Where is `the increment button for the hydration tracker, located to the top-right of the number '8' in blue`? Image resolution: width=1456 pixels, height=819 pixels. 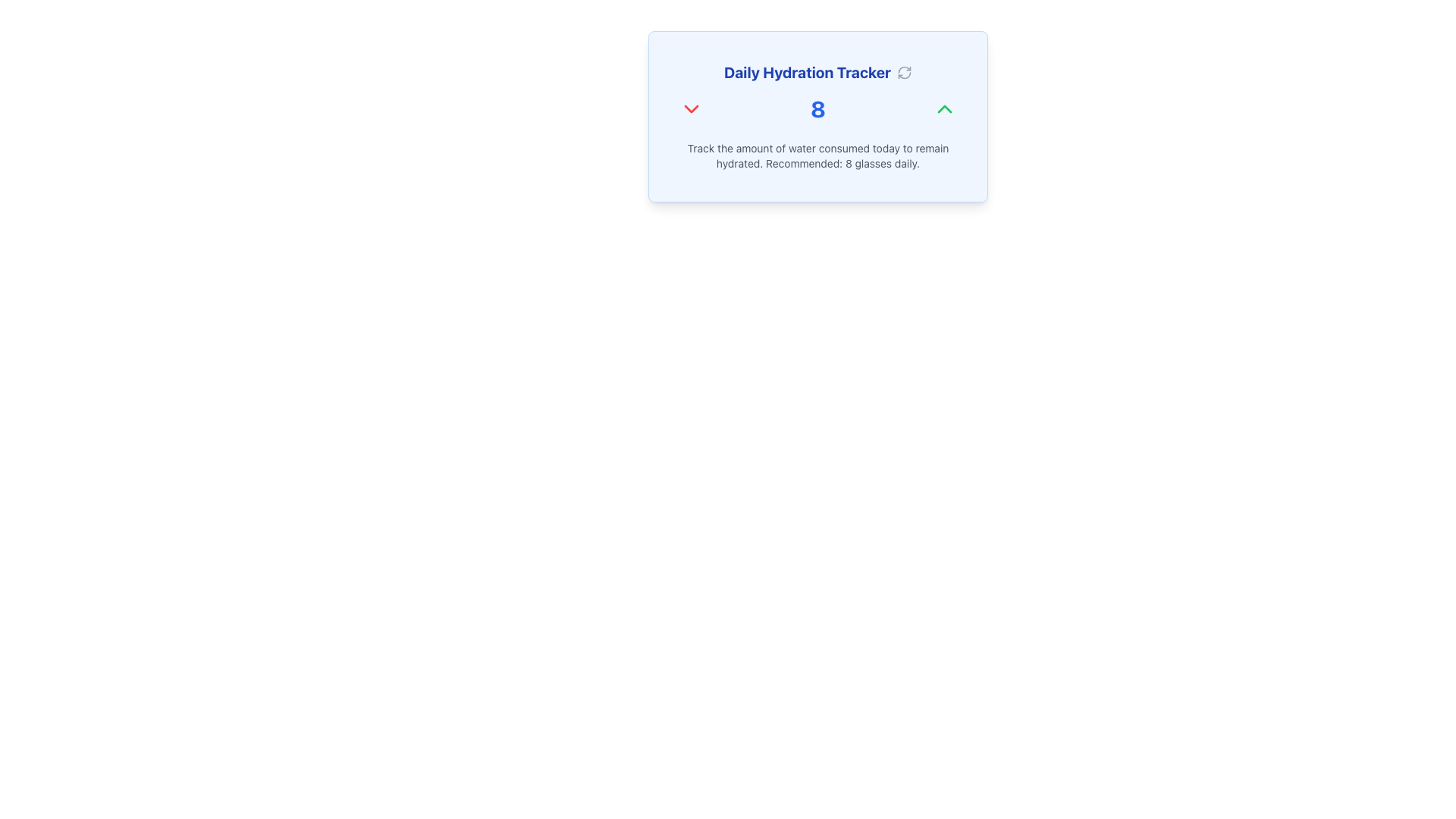
the increment button for the hydration tracker, located to the top-right of the number '8' in blue is located at coordinates (944, 108).